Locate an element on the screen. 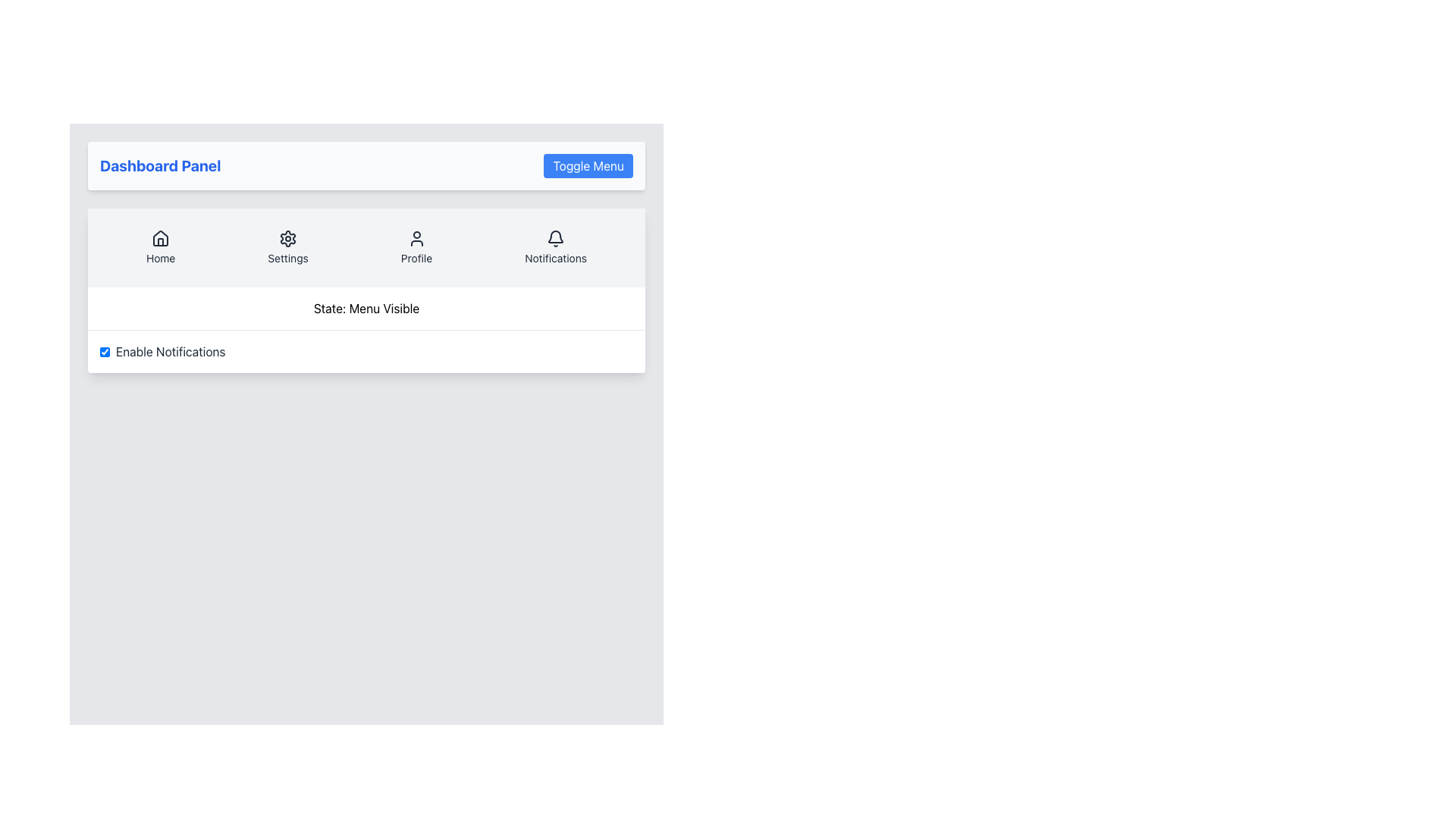  the navigational link with an icon and label located as the third item in the horizontal navigation menu is located at coordinates (416, 247).